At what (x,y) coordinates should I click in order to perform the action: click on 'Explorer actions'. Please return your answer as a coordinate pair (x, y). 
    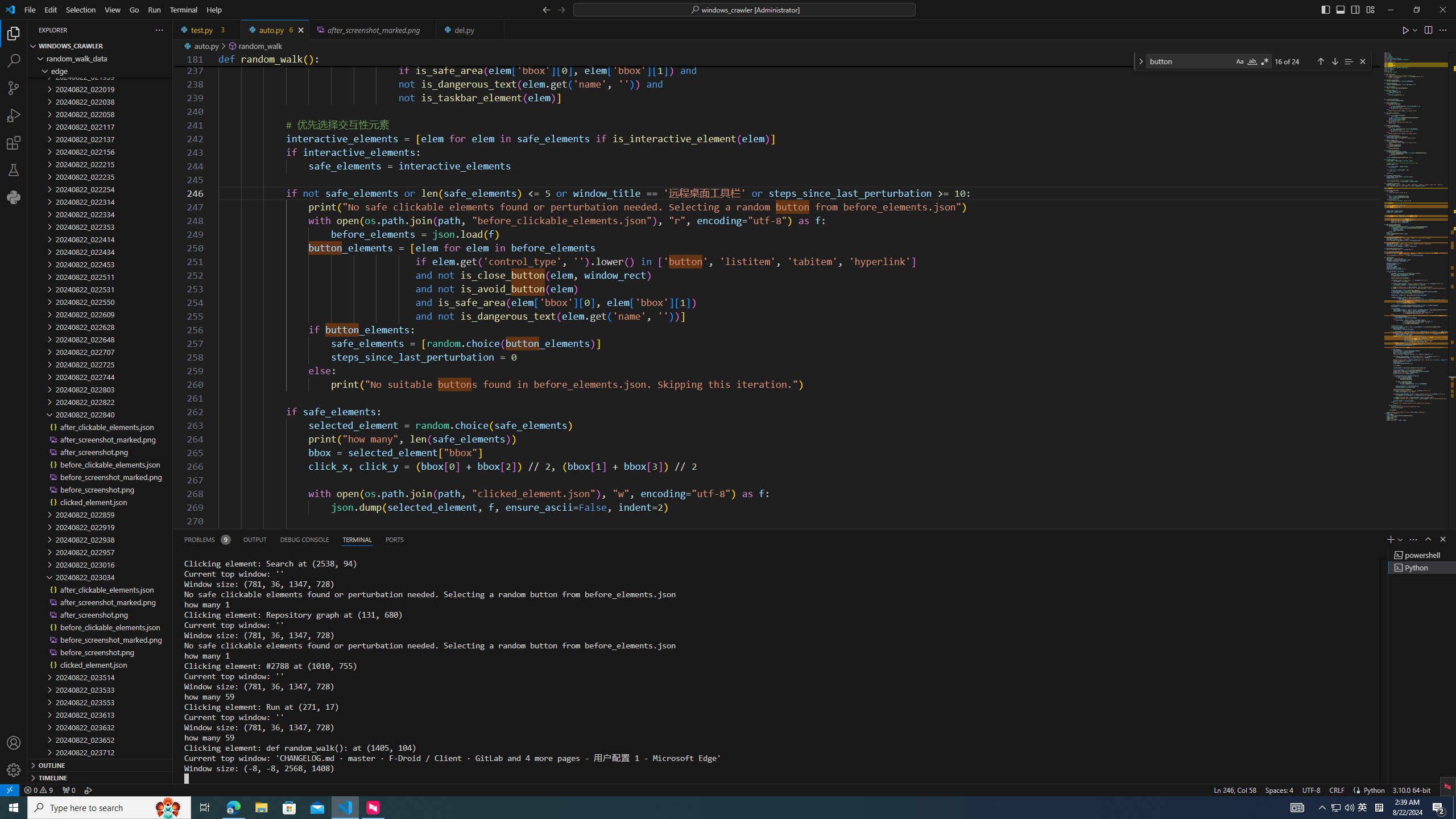
    Looking at the image, I should click on (118, 29).